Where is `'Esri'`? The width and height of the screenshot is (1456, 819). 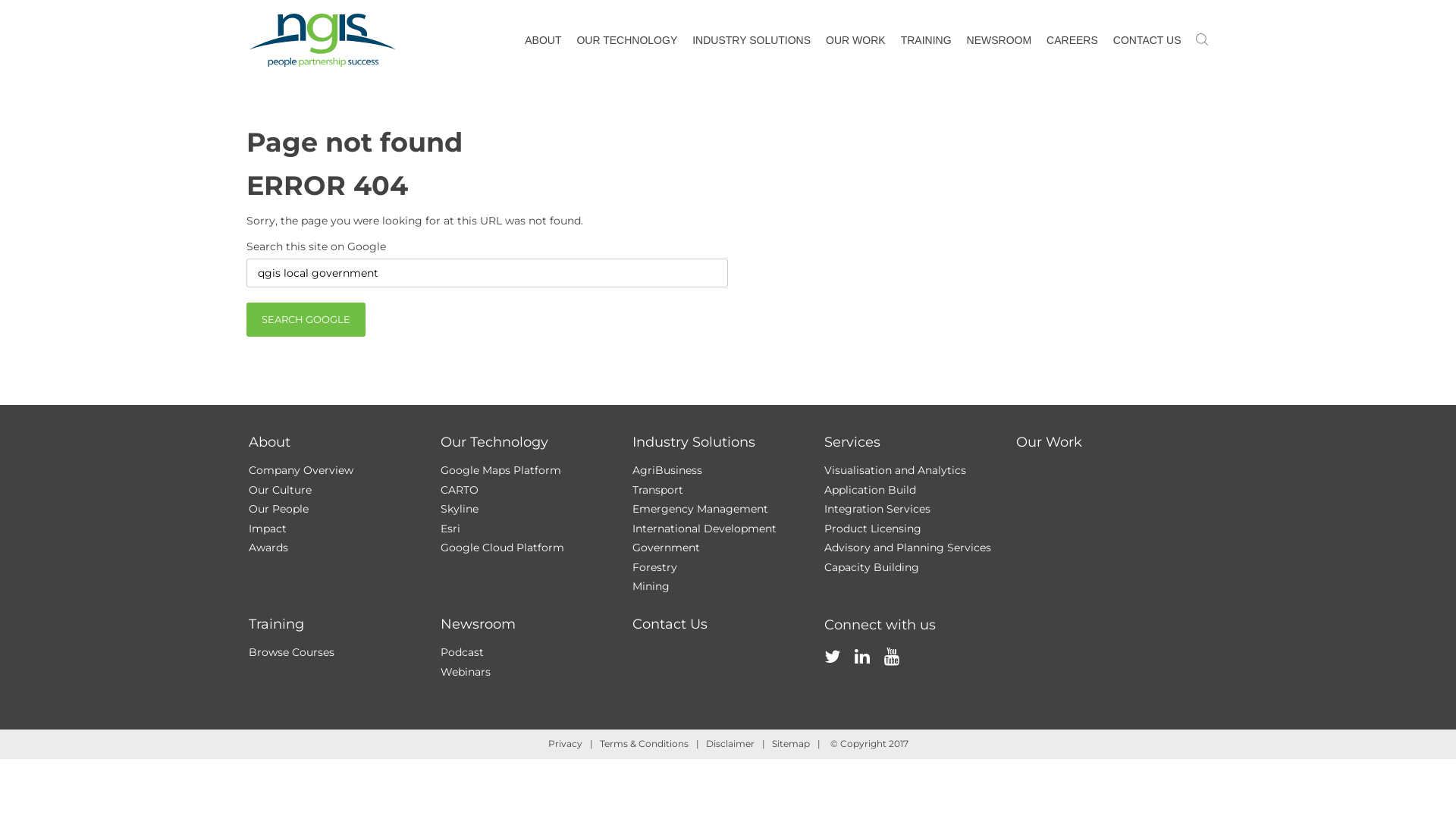 'Esri' is located at coordinates (449, 528).